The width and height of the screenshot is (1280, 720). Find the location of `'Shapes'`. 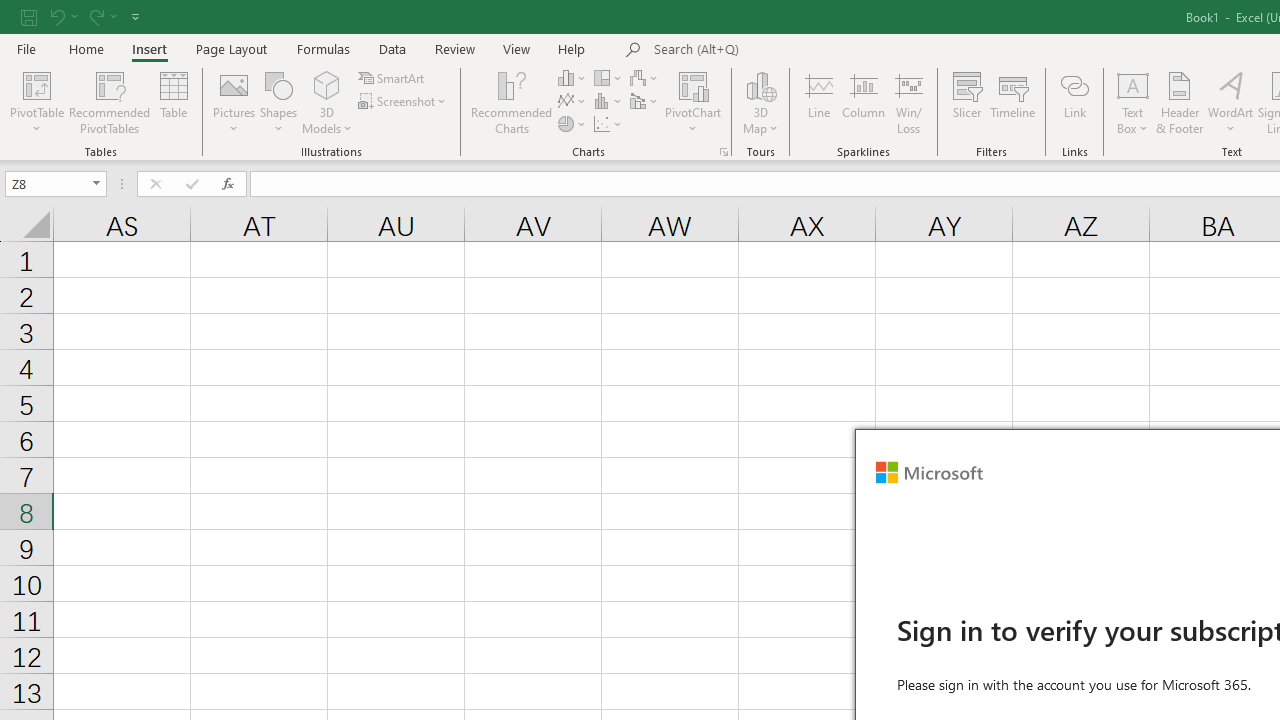

'Shapes' is located at coordinates (278, 103).